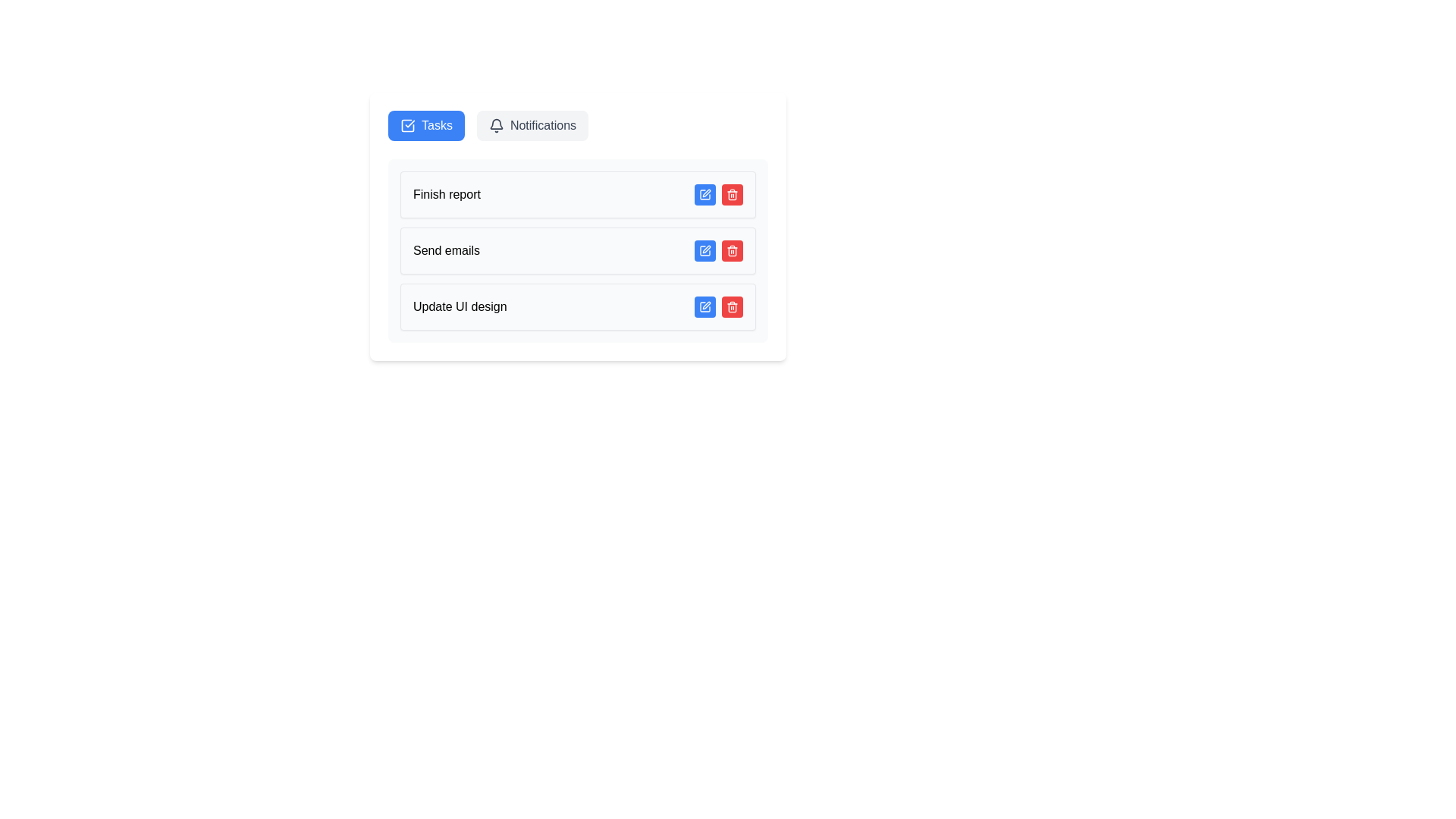 The width and height of the screenshot is (1456, 819). Describe the element at coordinates (532, 124) in the screenshot. I see `the notifications button located to the right of the 'Tasks' element` at that location.